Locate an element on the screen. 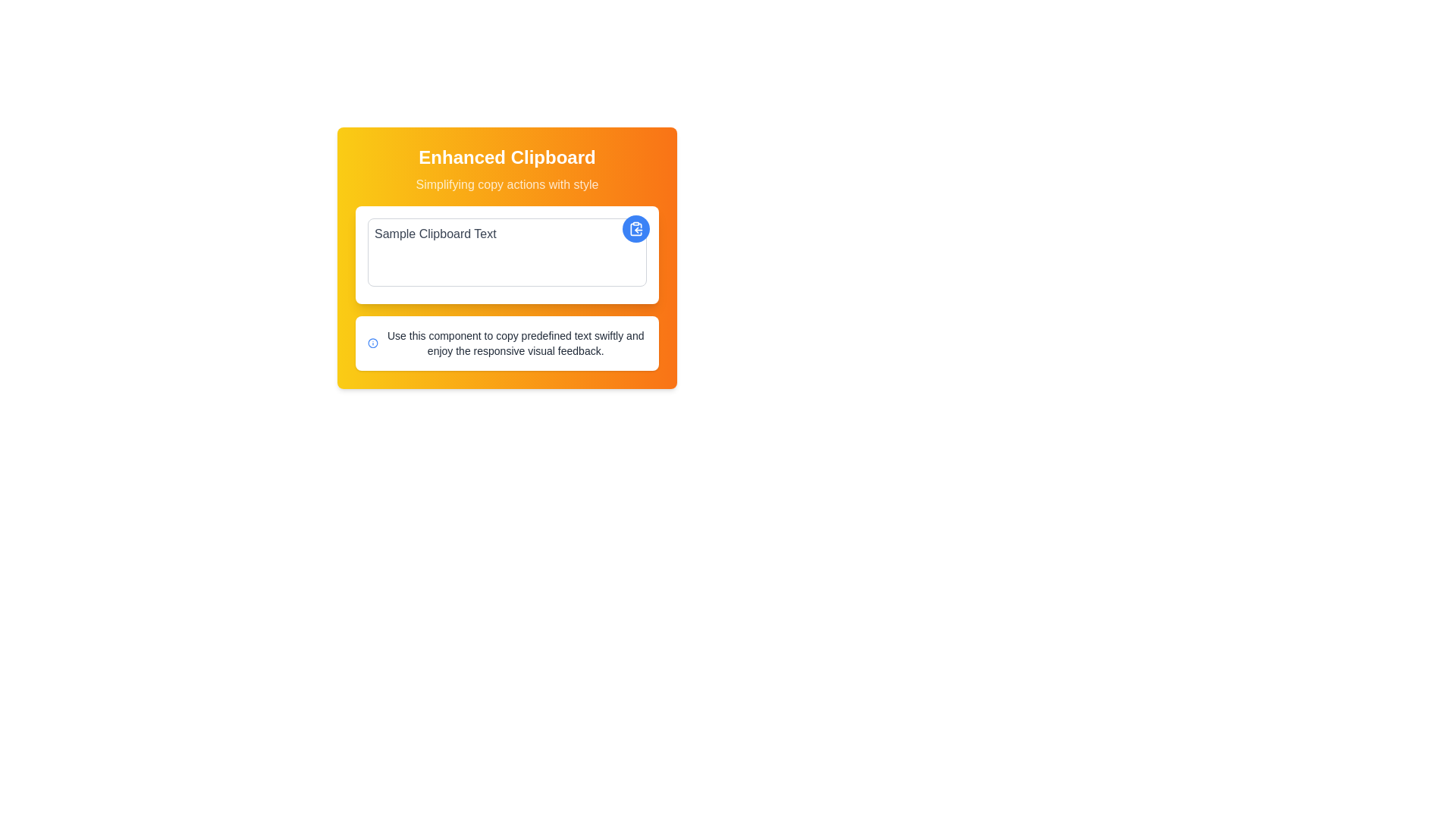  text of the main title or heading located near the center-top of the enclosing orange box, above the subtitle 'Simplifying copy actions with style' is located at coordinates (507, 158).